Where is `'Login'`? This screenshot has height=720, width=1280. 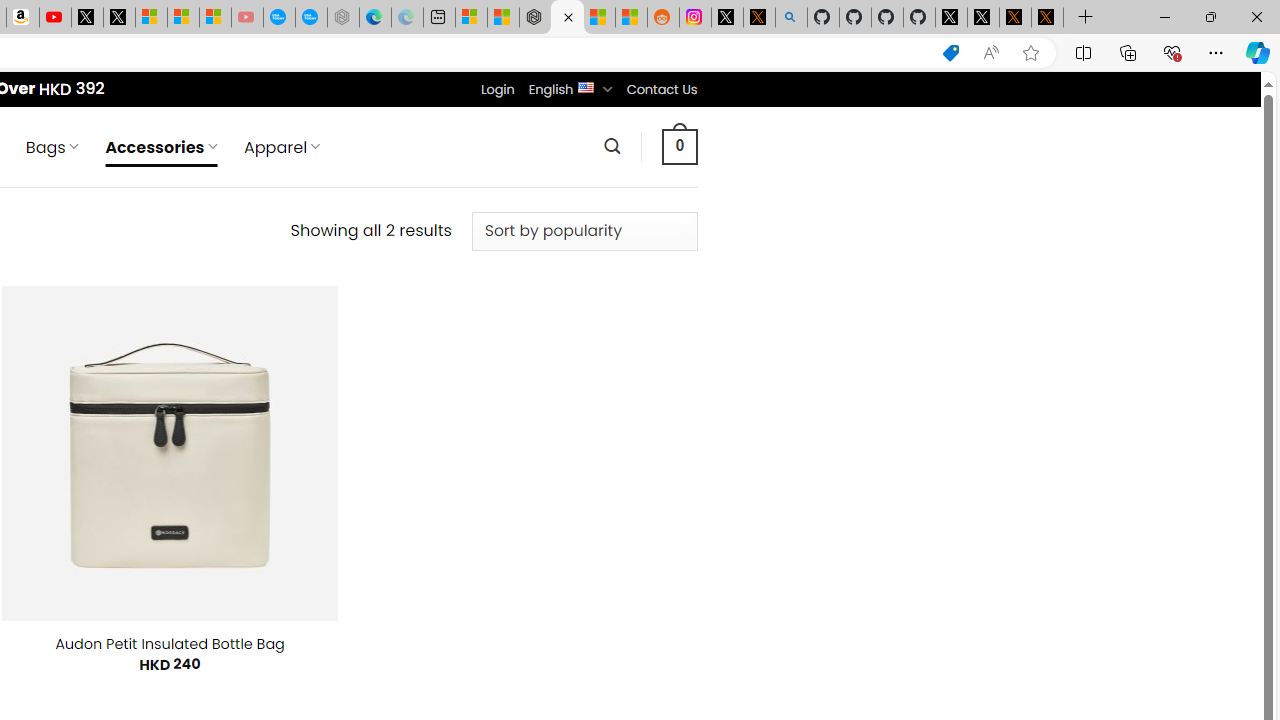 'Login' is located at coordinates (497, 88).